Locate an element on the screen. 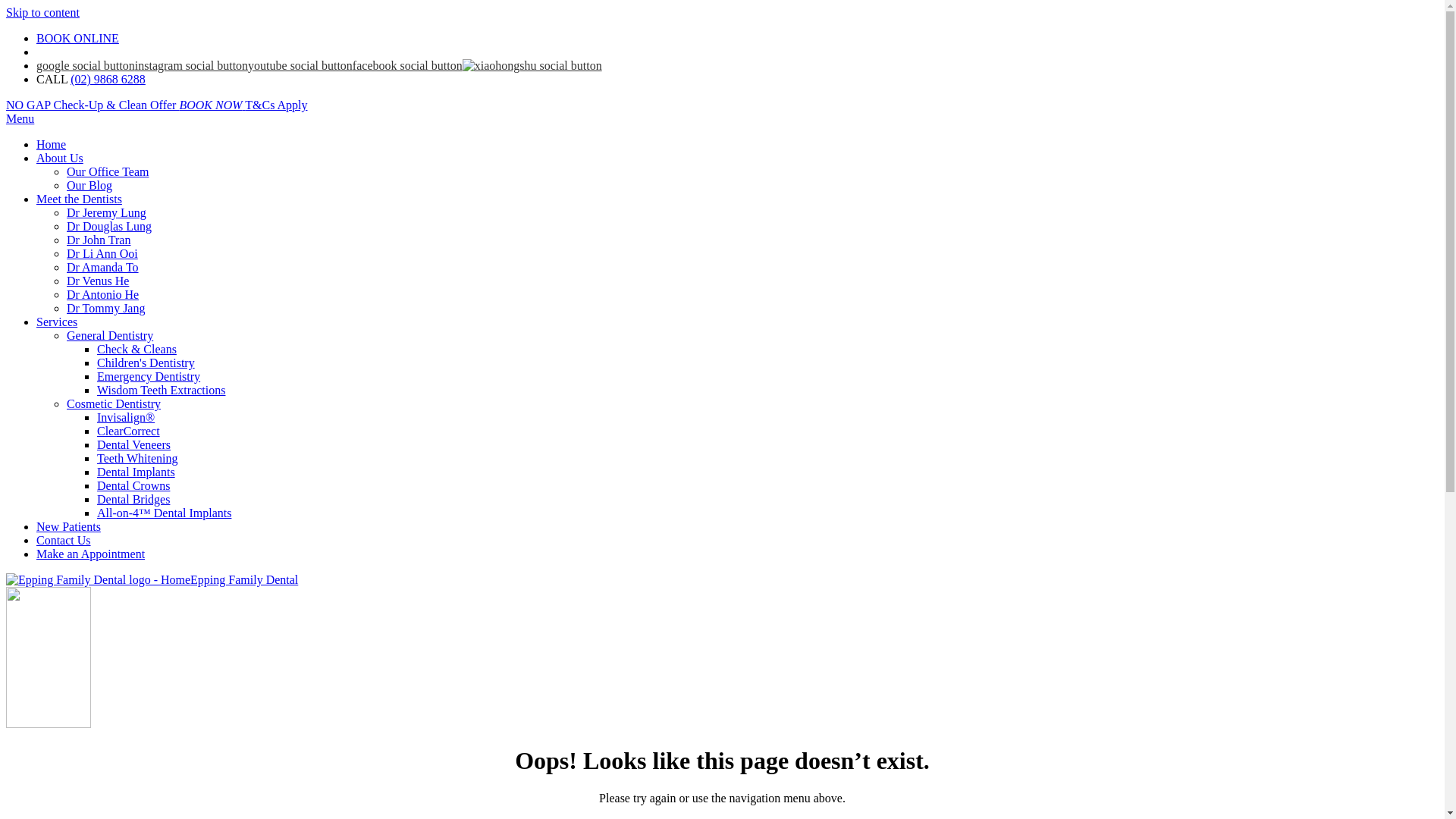  'Dental Veneers' is located at coordinates (133, 444).